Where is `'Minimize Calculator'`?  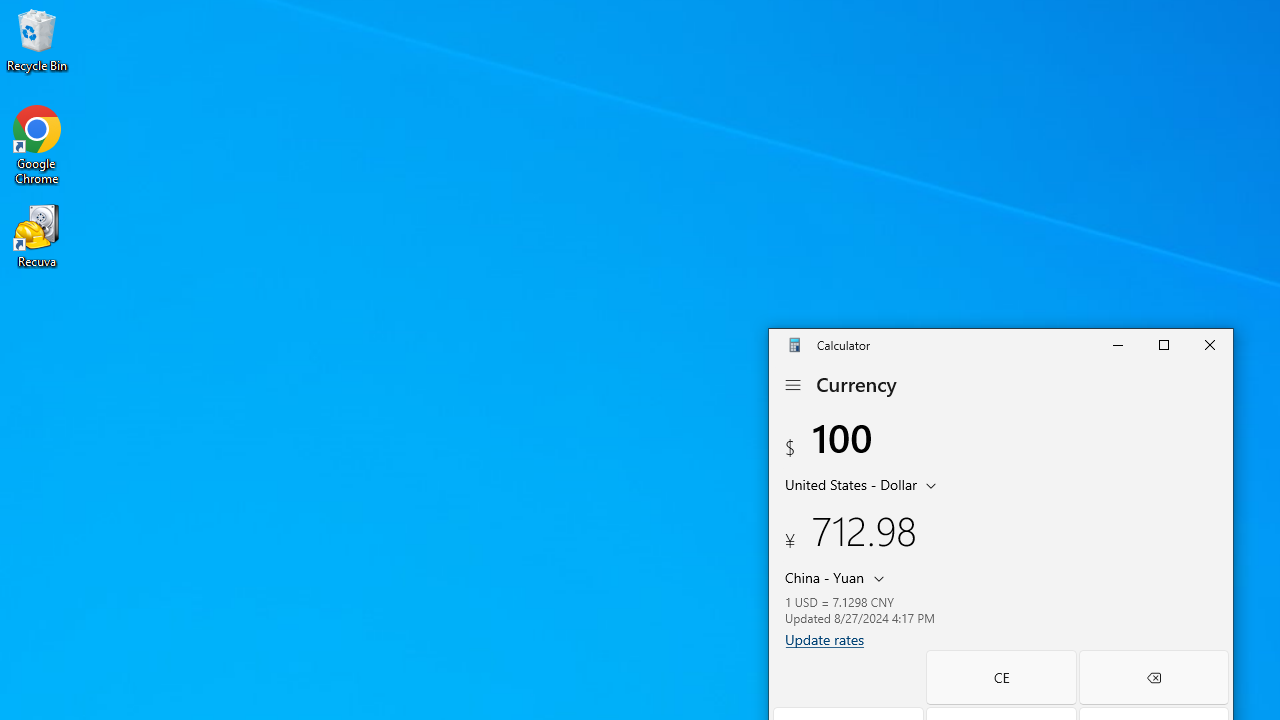 'Minimize Calculator' is located at coordinates (1116, 343).